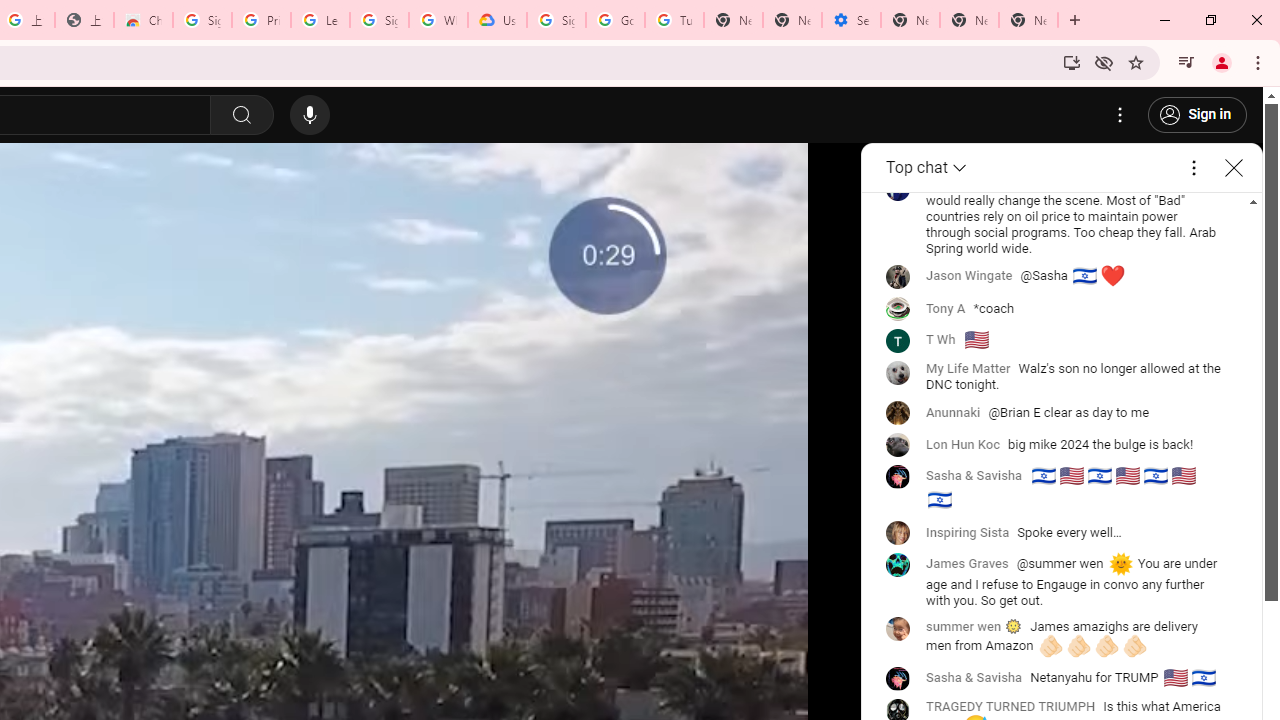  Describe the element at coordinates (674, 20) in the screenshot. I see `'Turn cookies on or off - Computer - Google Account Help'` at that location.